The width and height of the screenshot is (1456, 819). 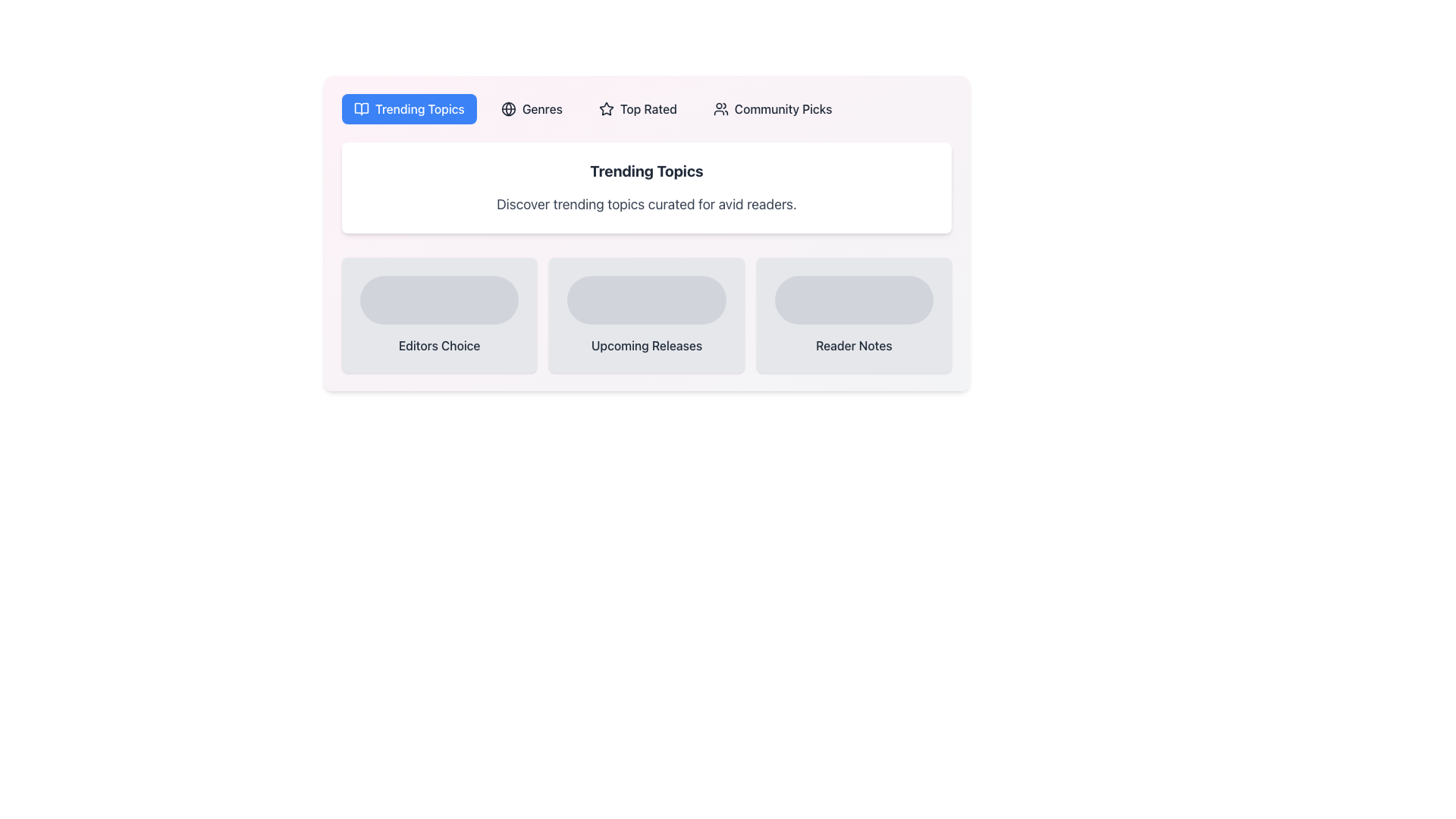 I want to click on text label 'Trending Topics' located within the blue rectangular background in the navigation tab at the top-left corner, so click(x=419, y=108).